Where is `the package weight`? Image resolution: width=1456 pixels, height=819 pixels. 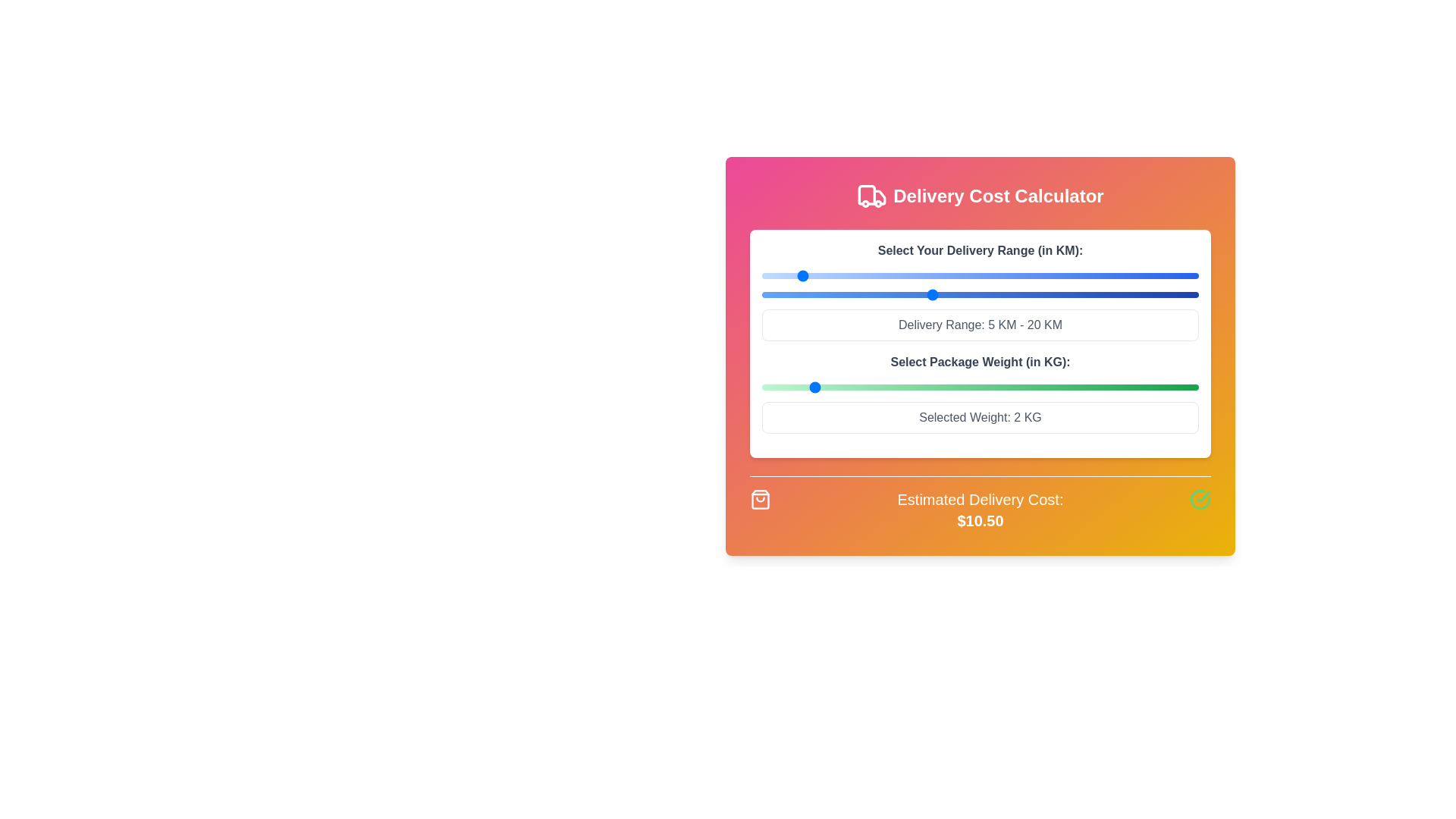
the package weight is located at coordinates (858, 386).